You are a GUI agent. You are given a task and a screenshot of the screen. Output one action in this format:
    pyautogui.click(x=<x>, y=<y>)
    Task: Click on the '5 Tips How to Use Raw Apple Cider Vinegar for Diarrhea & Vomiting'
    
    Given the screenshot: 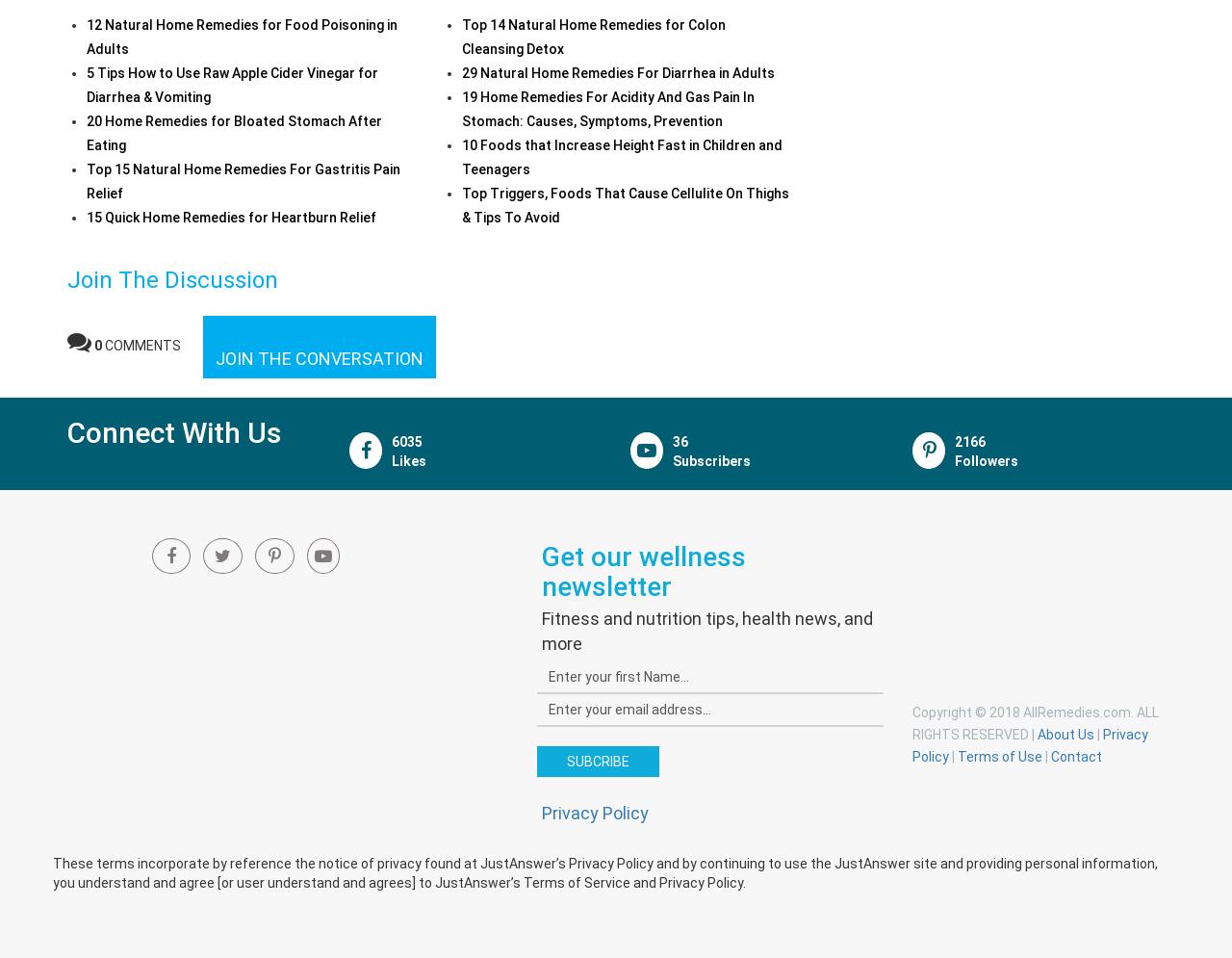 What is the action you would take?
    pyautogui.click(x=231, y=84)
    